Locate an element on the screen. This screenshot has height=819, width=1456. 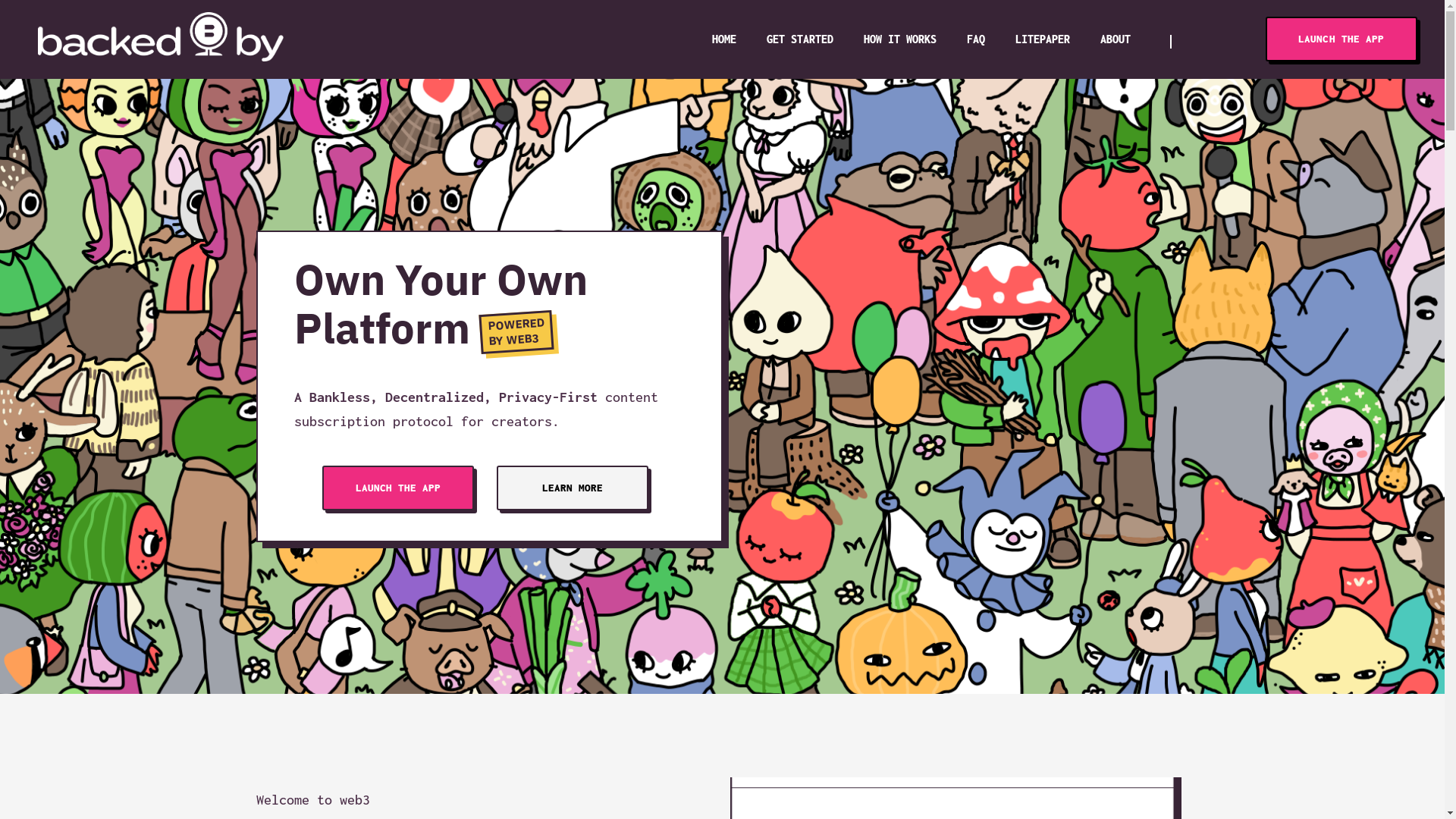
'ABOUT' is located at coordinates (1115, 38).